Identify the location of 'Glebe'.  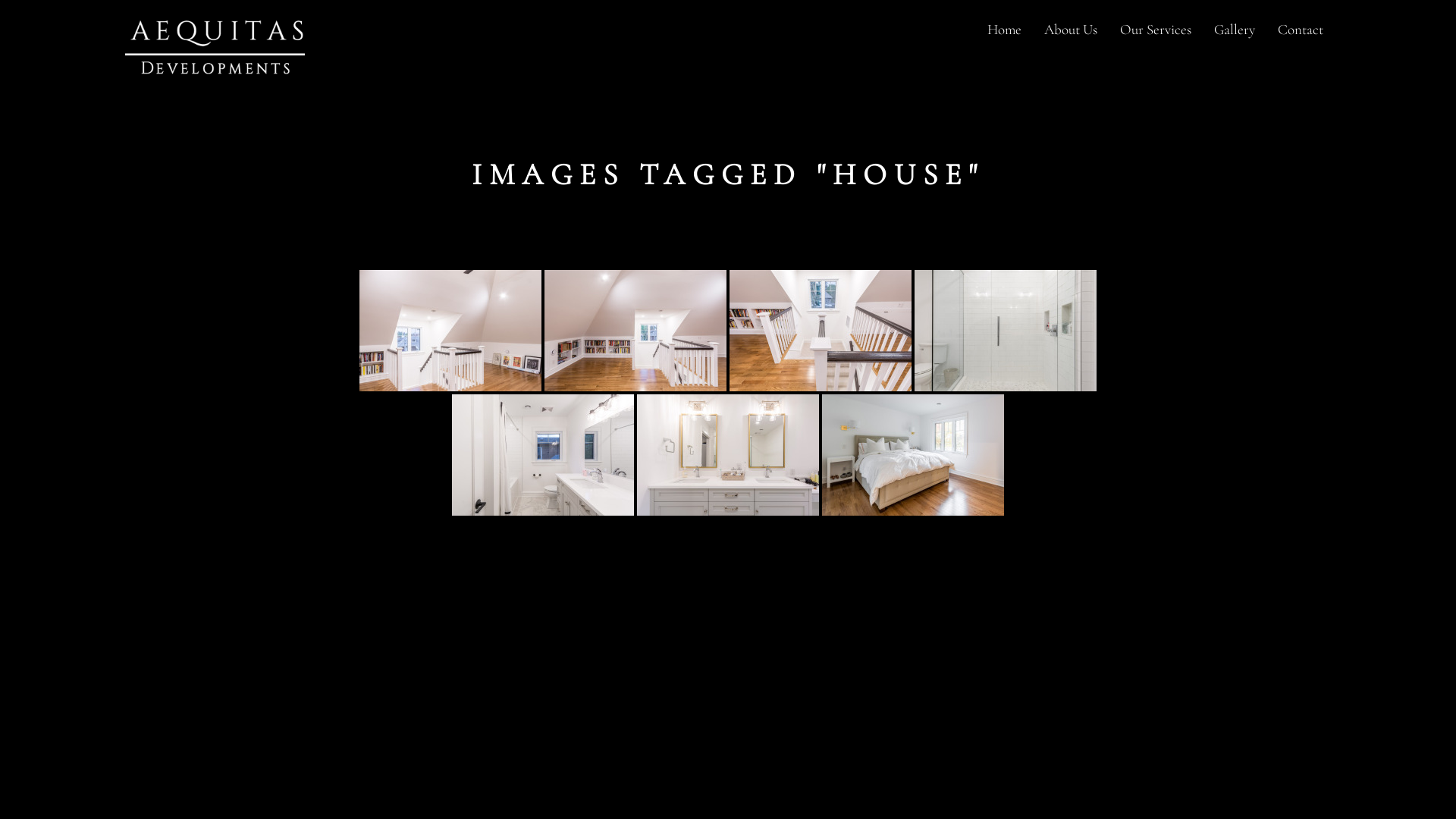
(450, 329).